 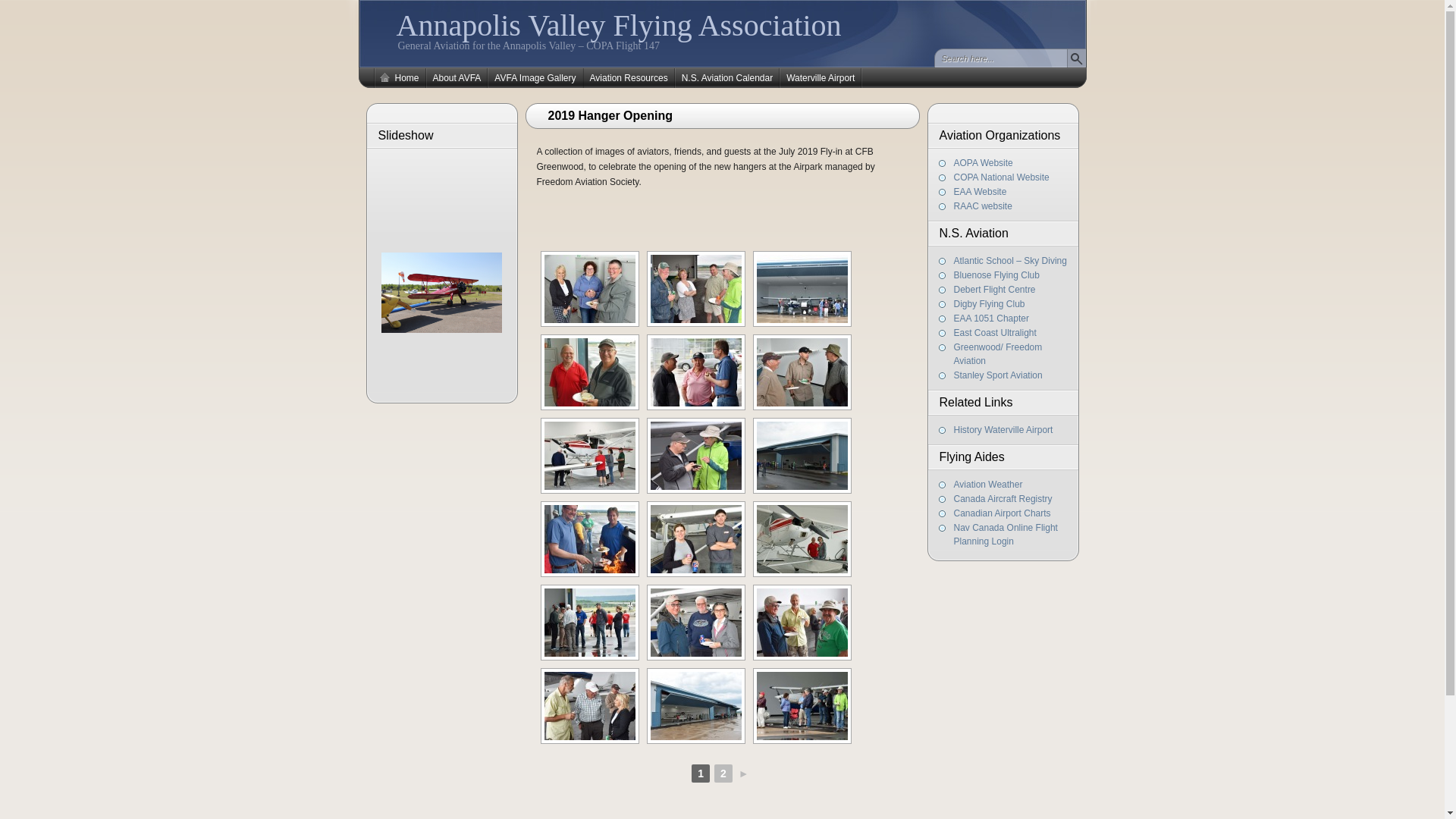 I want to click on 'About AVFA', so click(x=425, y=78).